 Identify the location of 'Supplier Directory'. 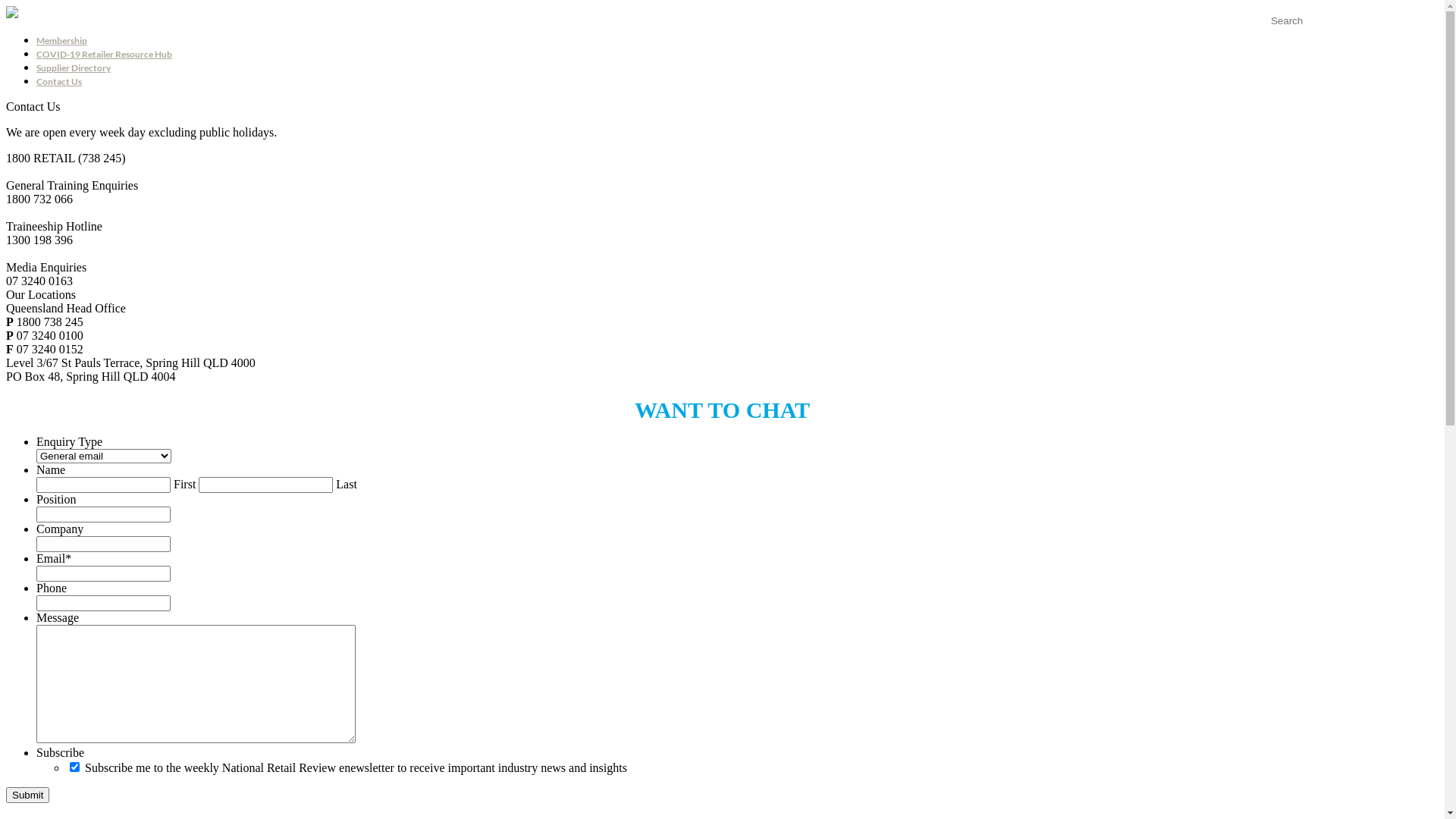
(72, 67).